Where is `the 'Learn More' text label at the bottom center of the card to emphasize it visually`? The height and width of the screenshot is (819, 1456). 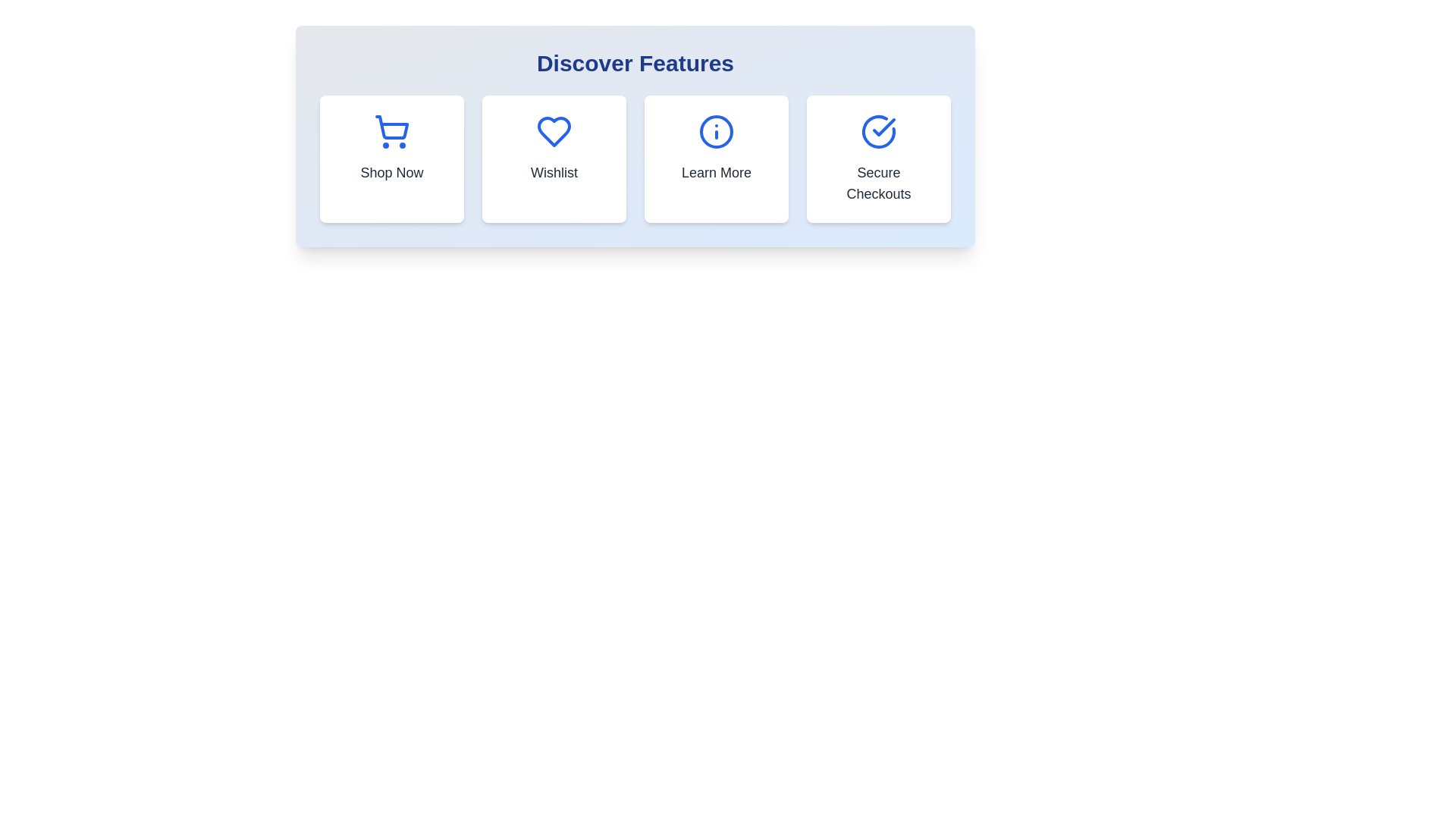 the 'Learn More' text label at the bottom center of the card to emphasize it visually is located at coordinates (716, 171).